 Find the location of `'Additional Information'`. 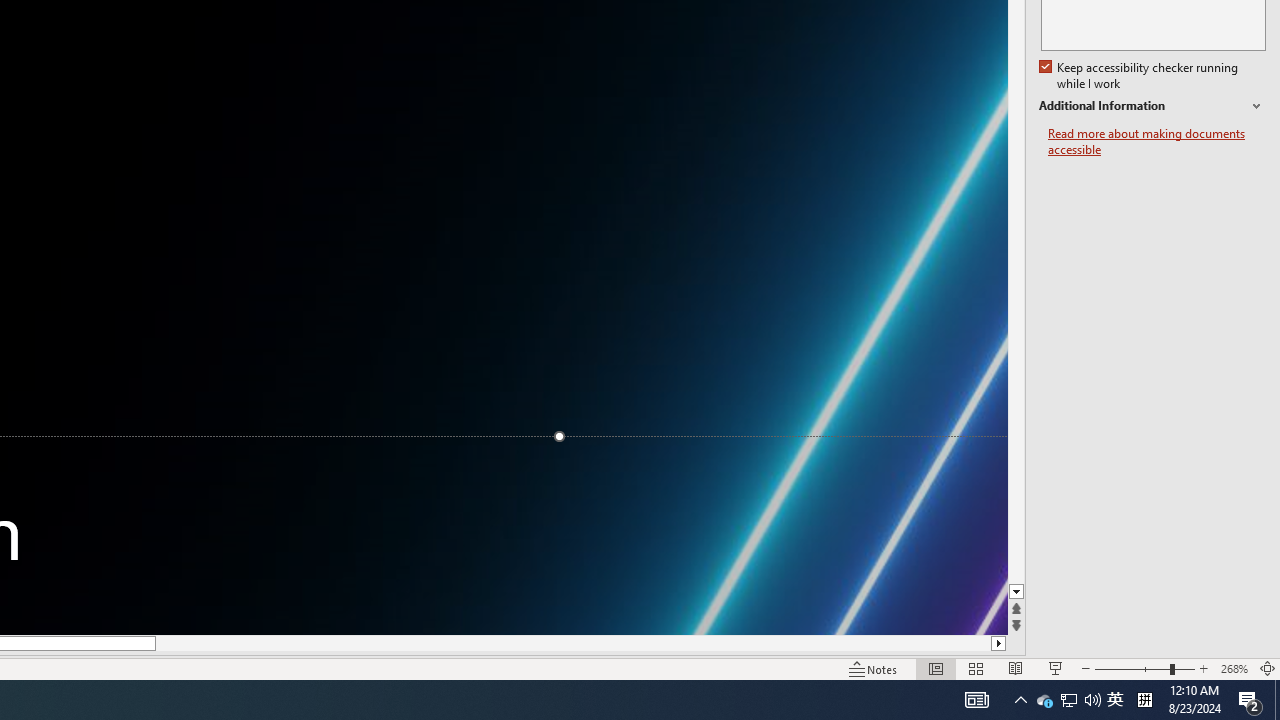

'Additional Information' is located at coordinates (1152, 106).